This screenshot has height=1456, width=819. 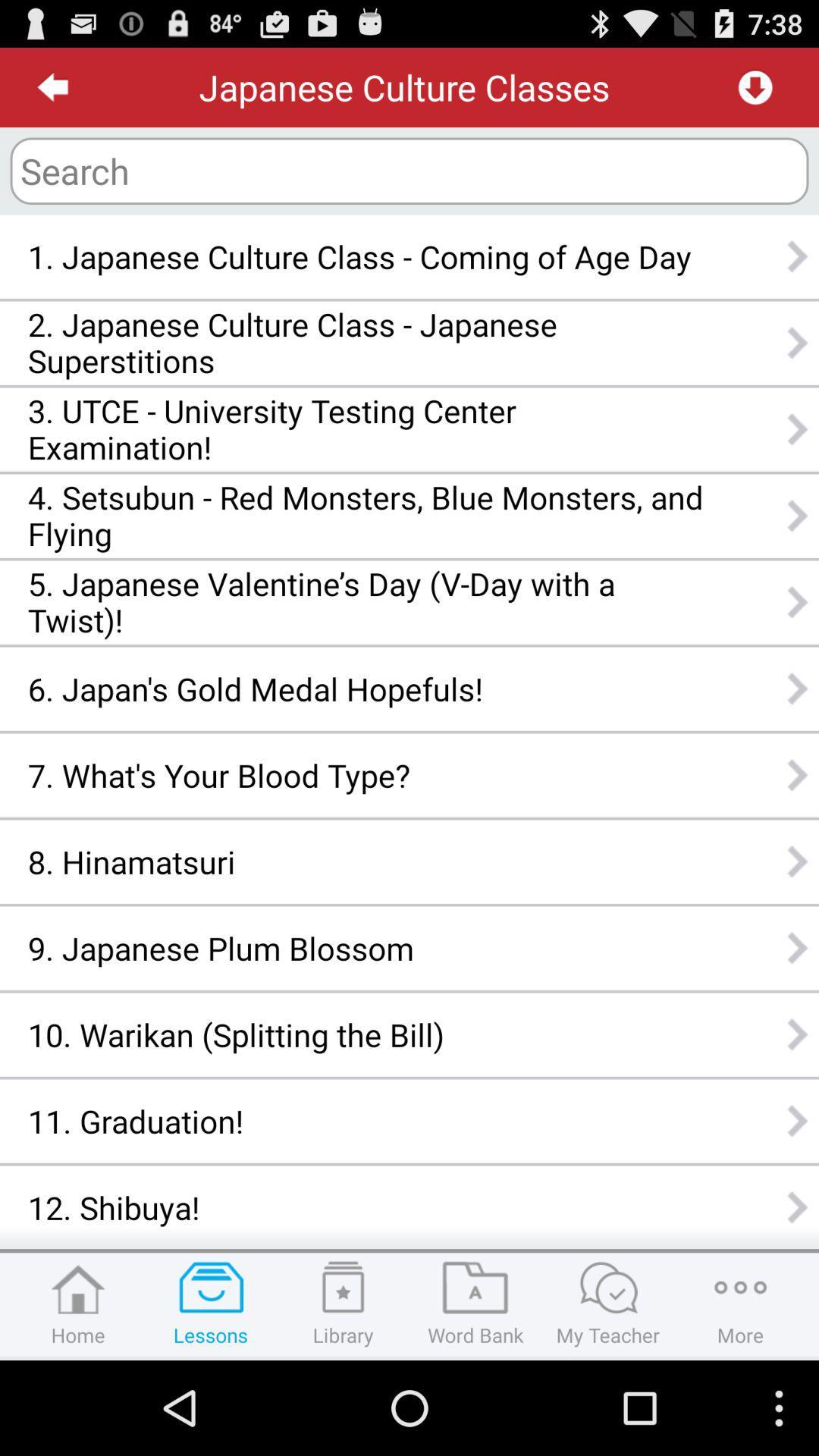 I want to click on the search bar, so click(x=409, y=171).